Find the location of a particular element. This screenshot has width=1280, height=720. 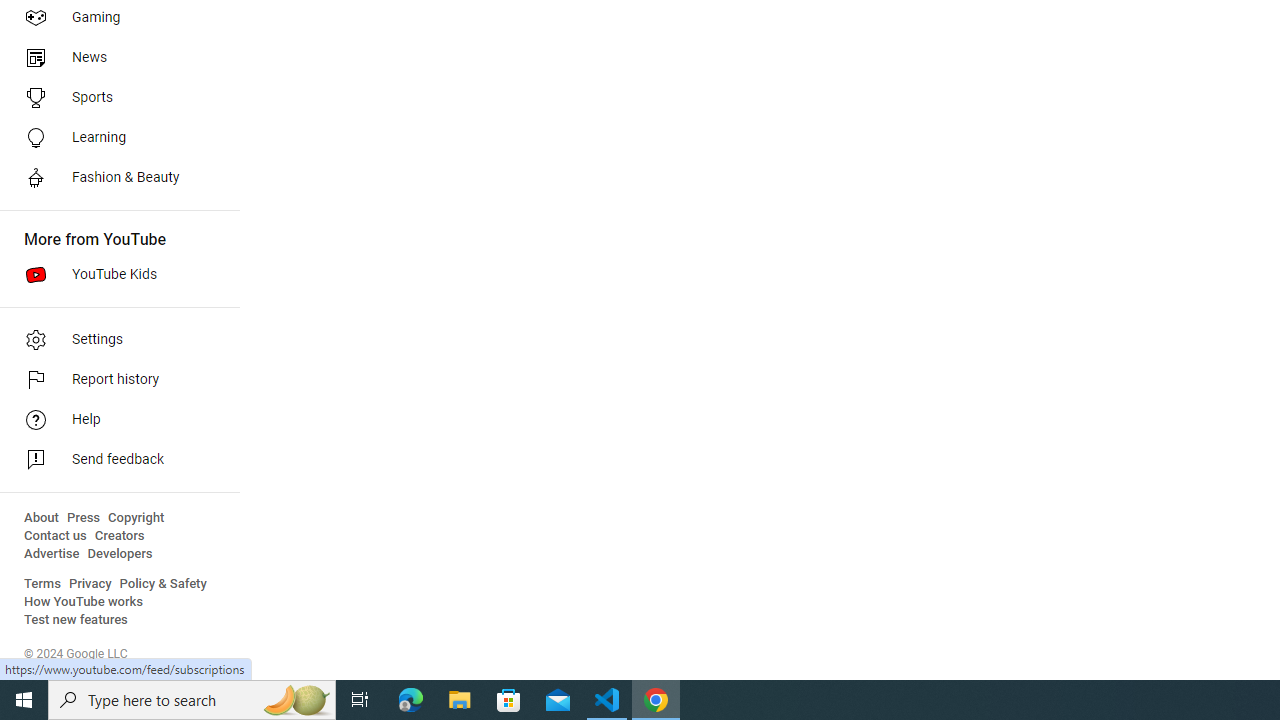

'Sports' is located at coordinates (112, 97).